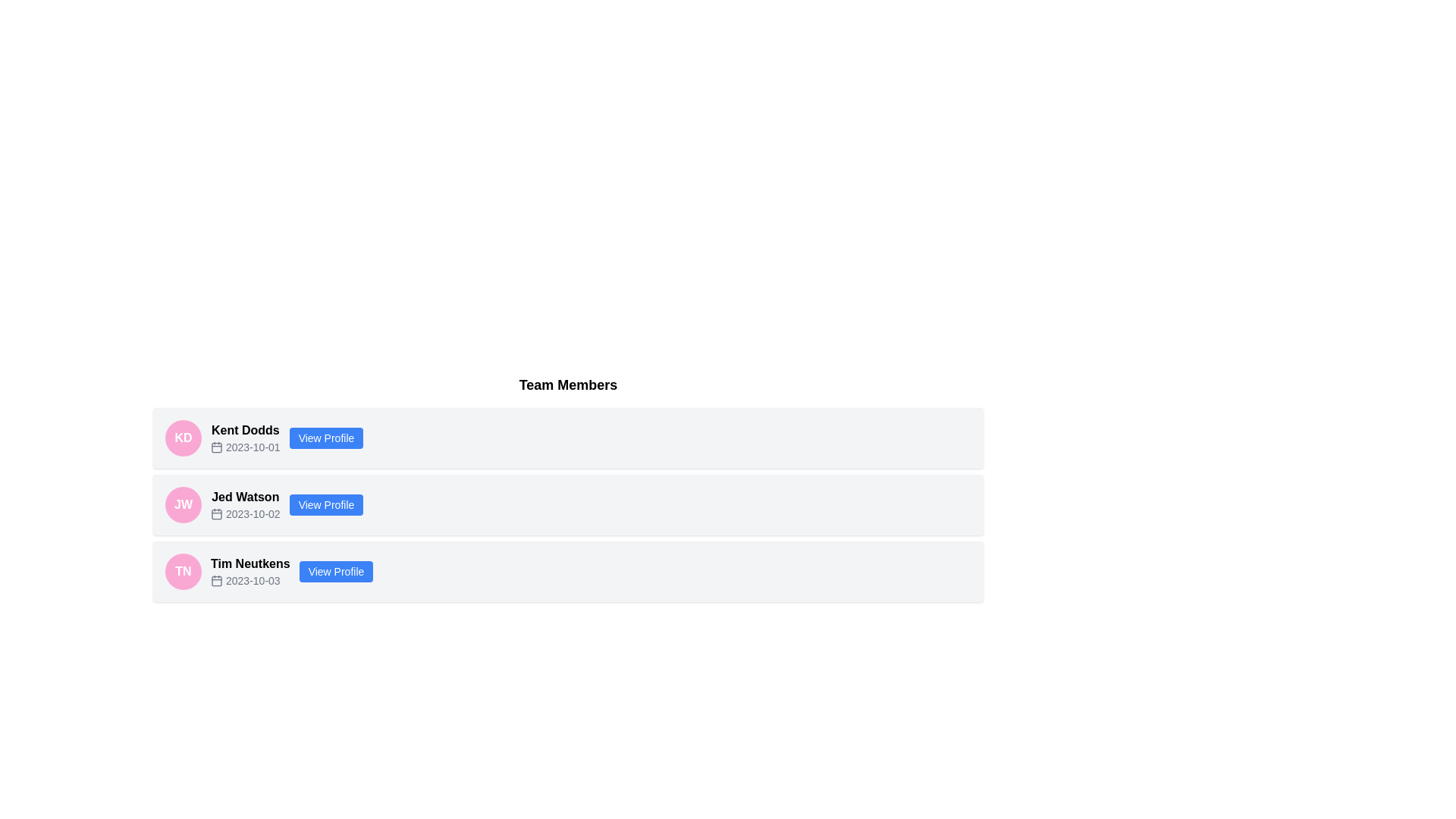 This screenshot has height=819, width=1456. Describe the element at coordinates (250, 580) in the screenshot. I see `date text associated with the profile of 'Tim Neutkens', which is located to the right of the calendar icon and below his name in the profile card` at that location.